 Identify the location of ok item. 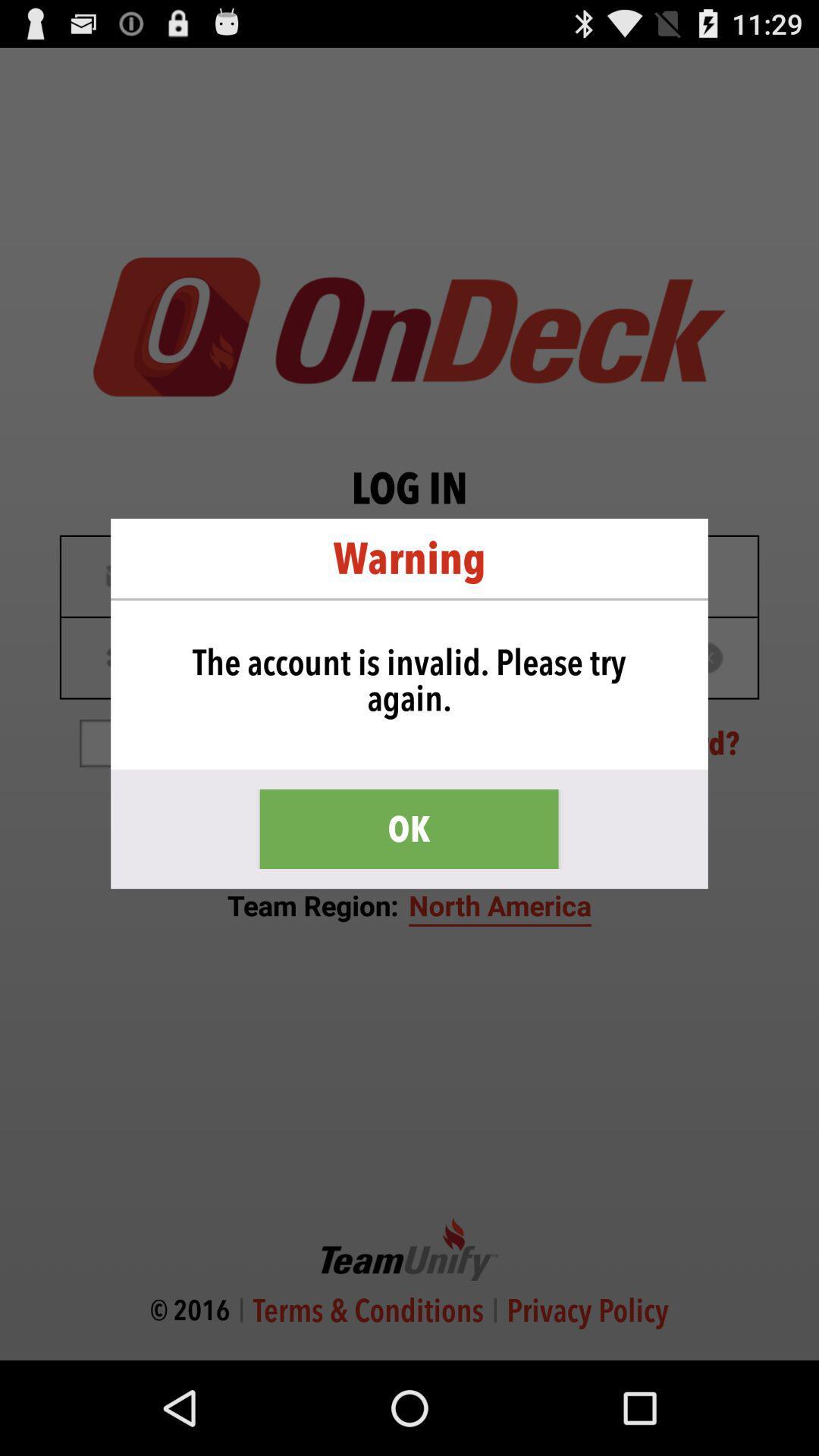
(408, 828).